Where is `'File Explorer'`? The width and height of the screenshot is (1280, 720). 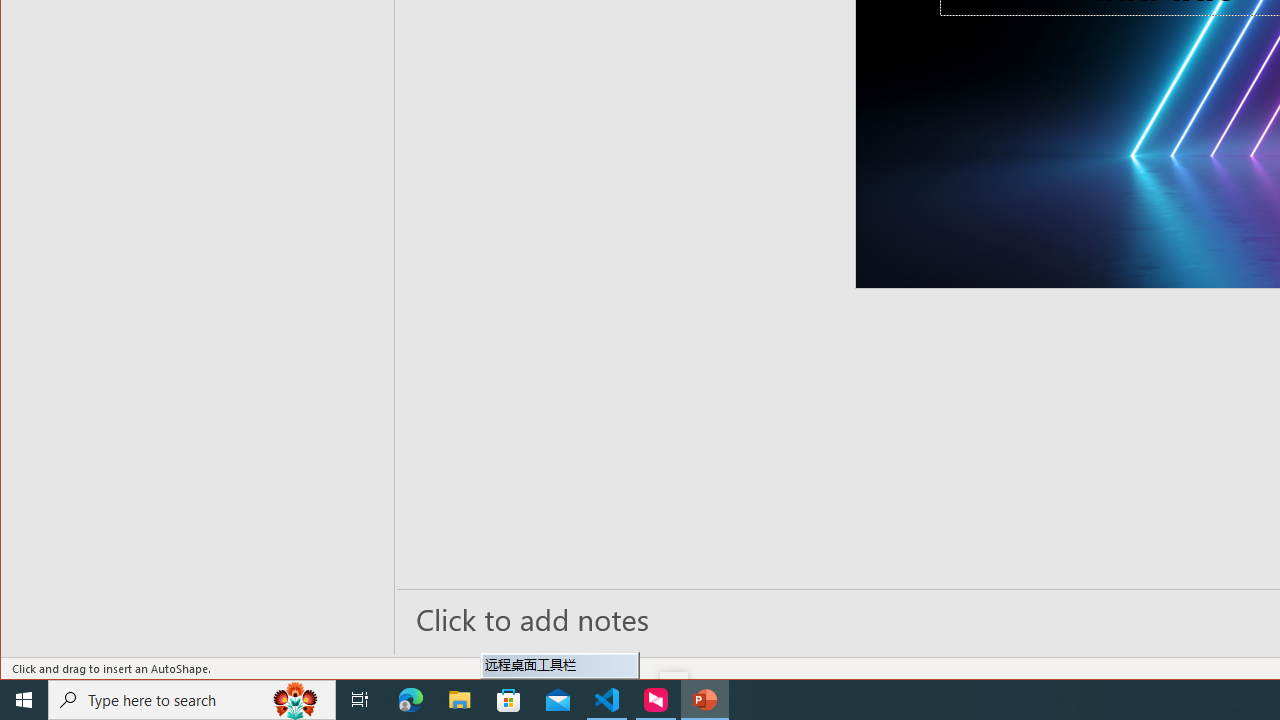
'File Explorer' is located at coordinates (459, 698).